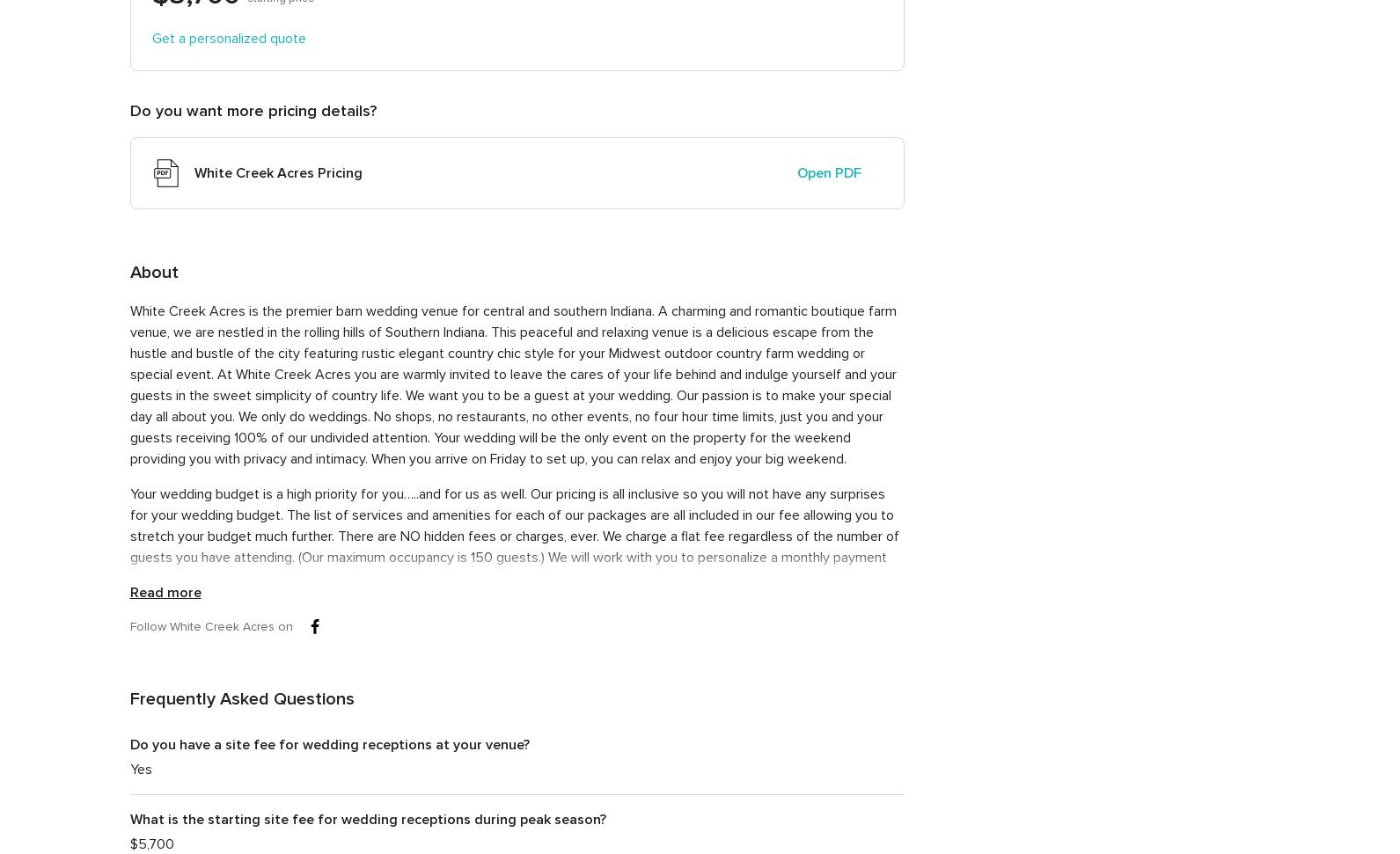 This screenshot has width=1400, height=854. I want to click on '(14) ·', so click(1103, 398).